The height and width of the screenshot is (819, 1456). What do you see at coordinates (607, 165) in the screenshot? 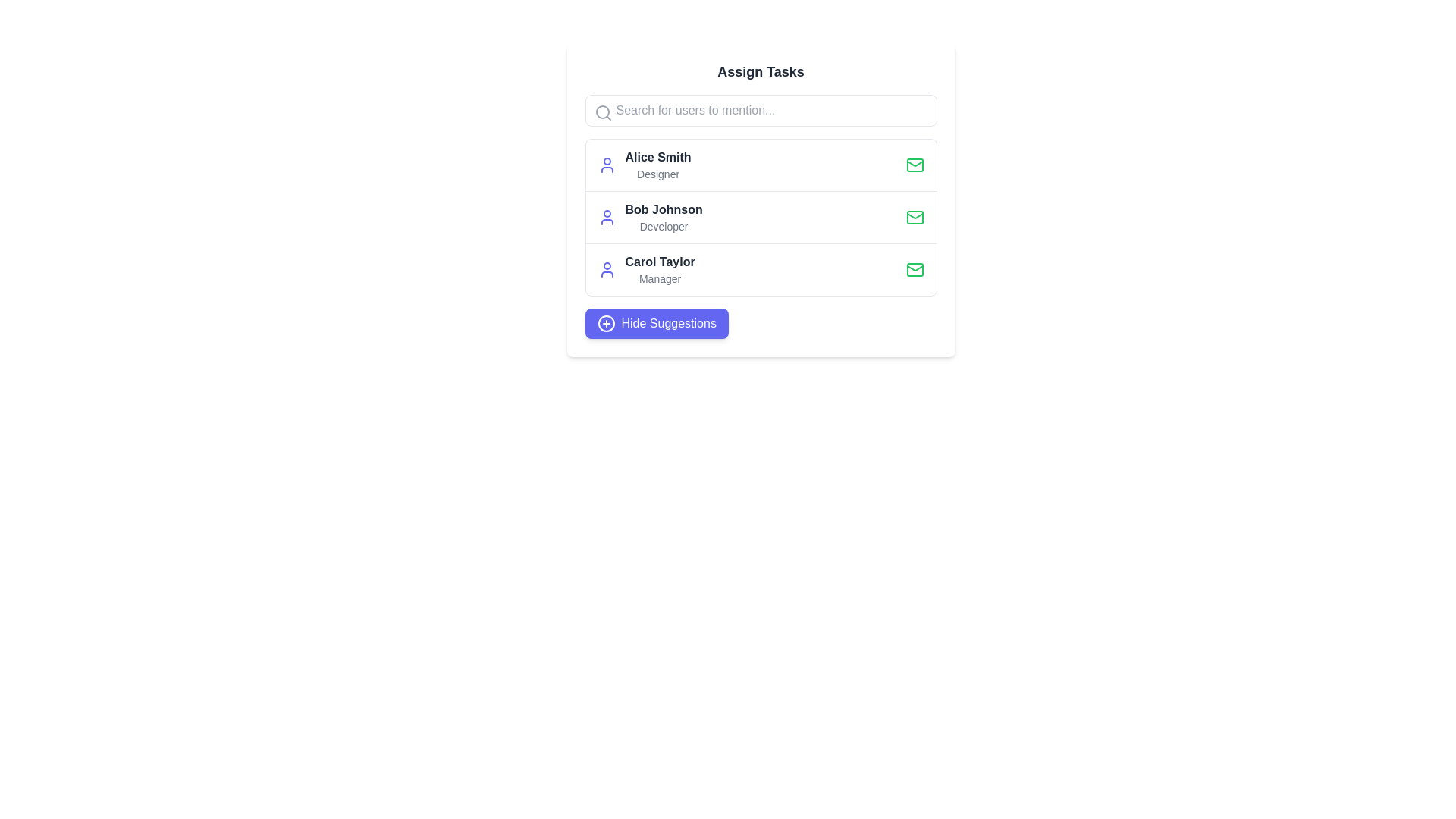
I see `the user icon representing 'Alice Smith' in the assignable tasks list, located to the left of the name and title text 'Alice Smith Designer'` at bounding box center [607, 165].